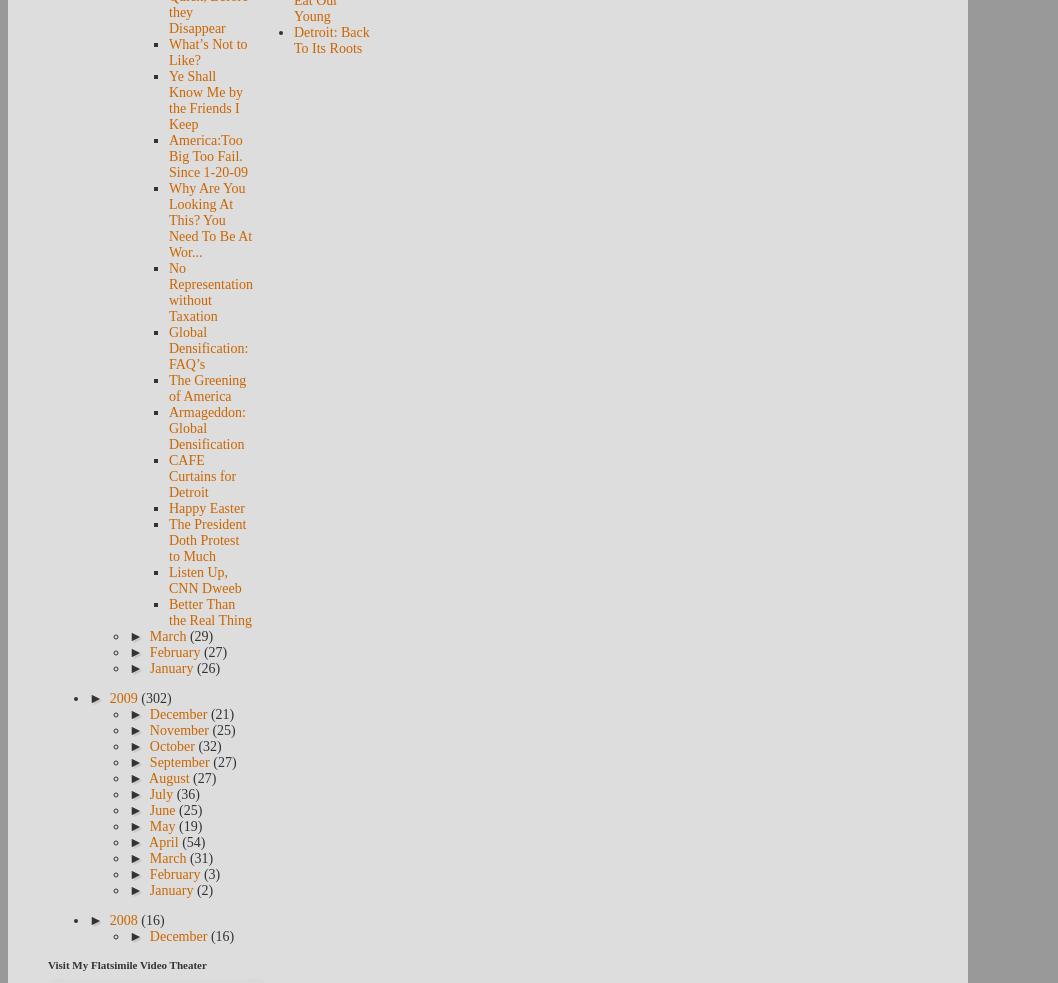  I want to click on 'No Representation without Taxation', so click(210, 292).